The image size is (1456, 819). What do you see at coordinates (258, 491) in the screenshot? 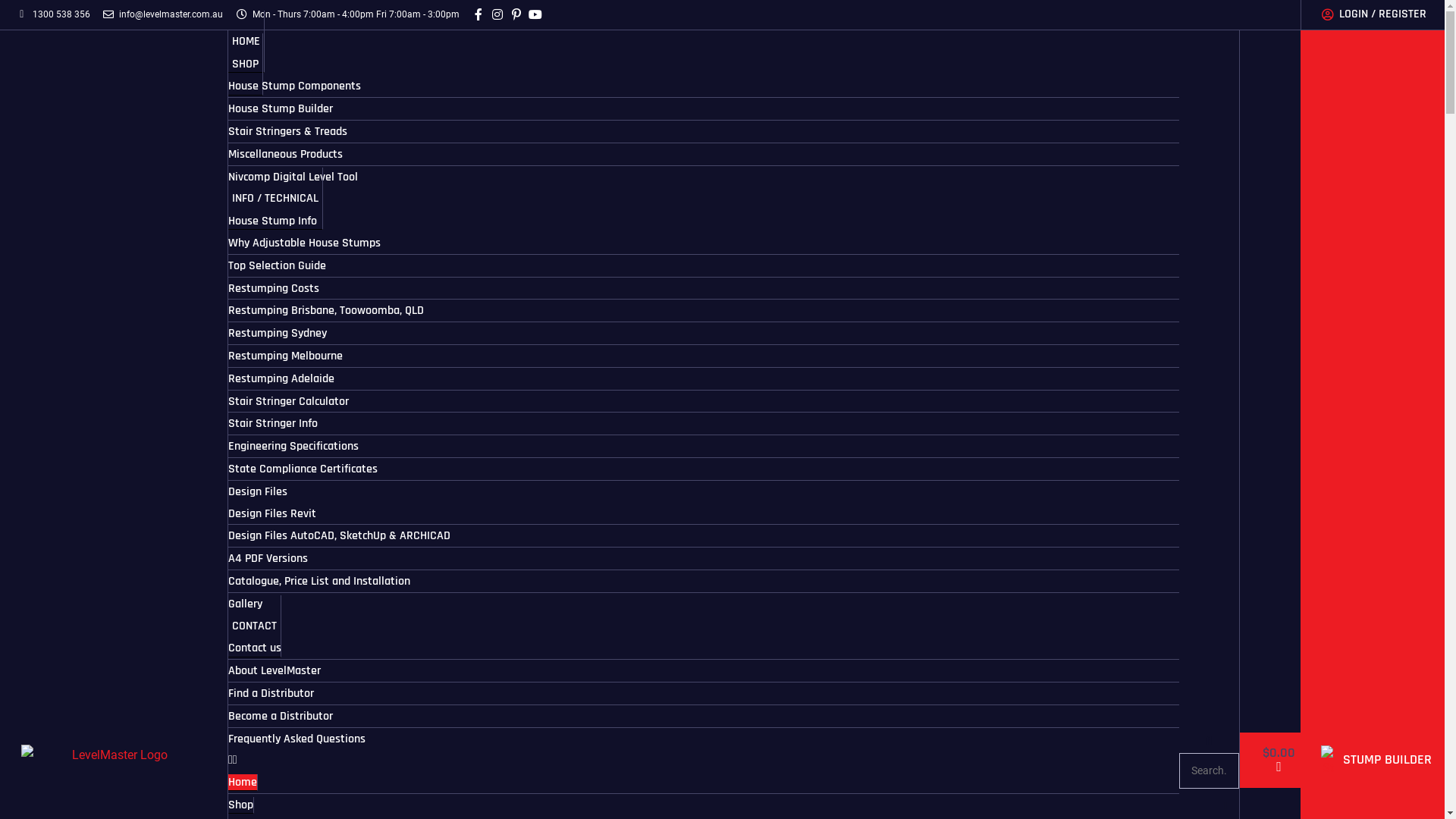
I see `'Design Files'` at bounding box center [258, 491].